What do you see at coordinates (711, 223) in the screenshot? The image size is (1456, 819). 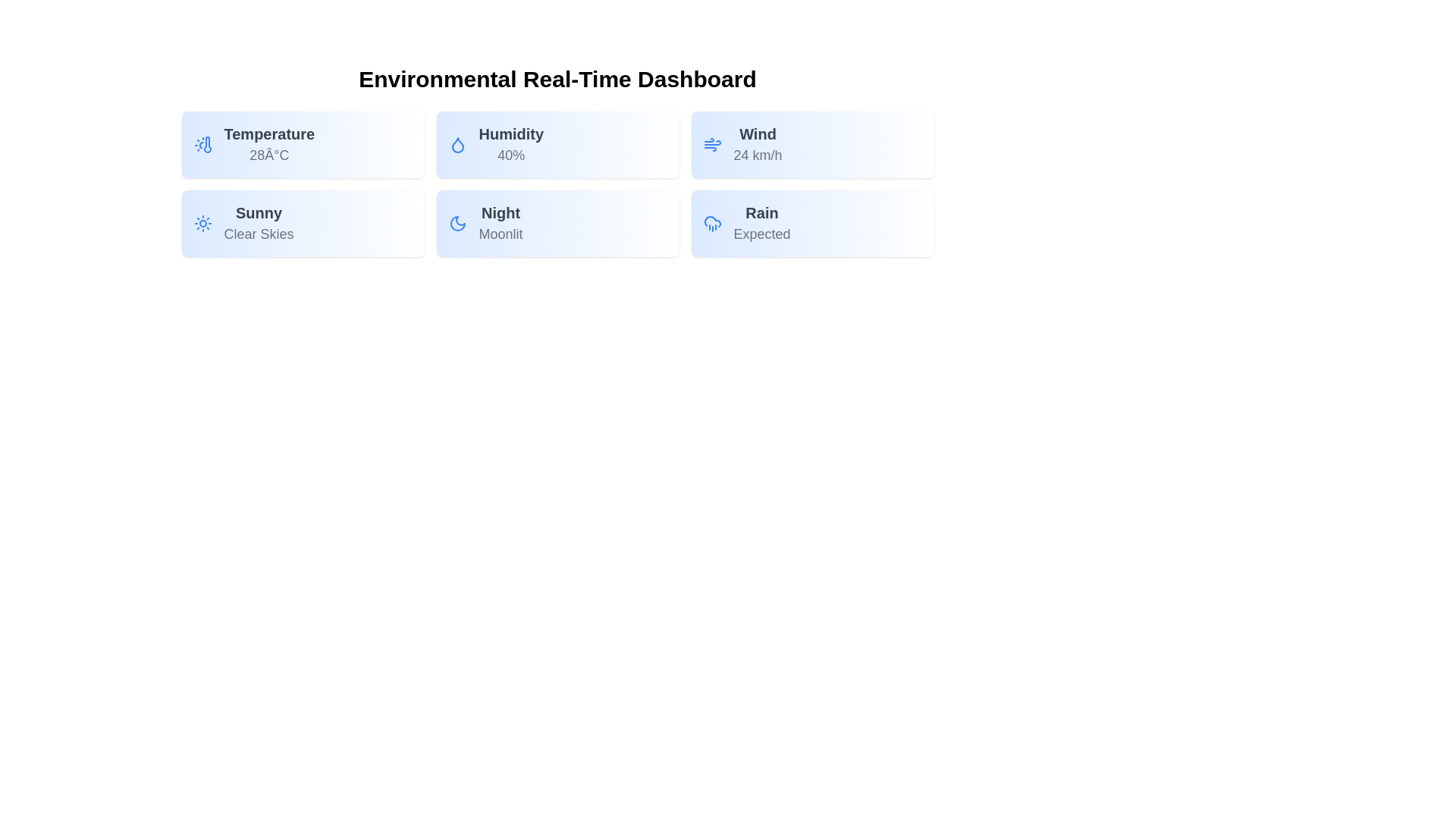 I see `the rain icon located centrally above the 'Rain Expected' text in the lower right corner of the dashboard interface` at bounding box center [711, 223].